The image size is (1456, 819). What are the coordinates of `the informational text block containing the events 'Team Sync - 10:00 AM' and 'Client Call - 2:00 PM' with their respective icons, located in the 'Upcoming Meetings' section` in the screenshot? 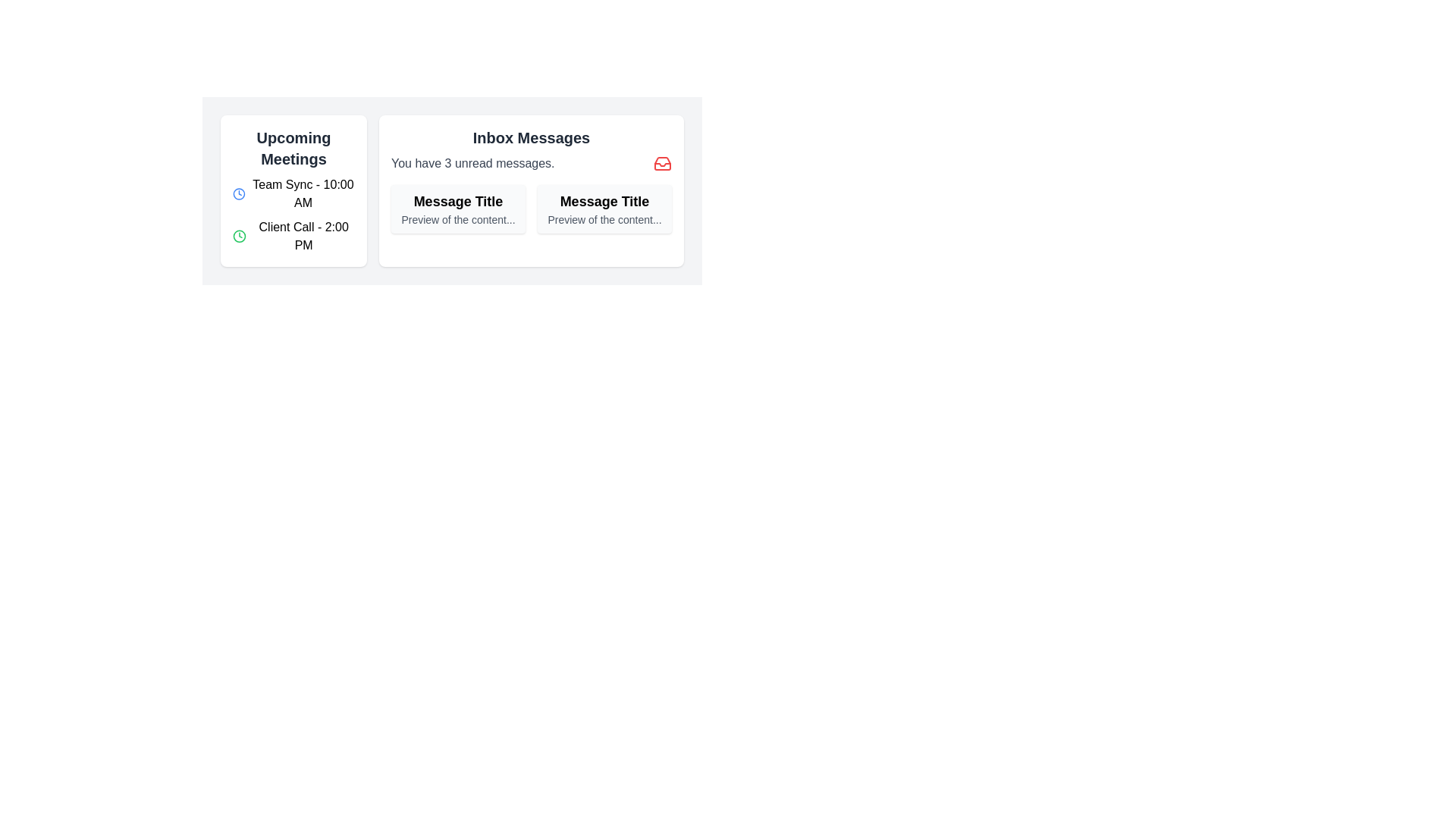 It's located at (293, 215).